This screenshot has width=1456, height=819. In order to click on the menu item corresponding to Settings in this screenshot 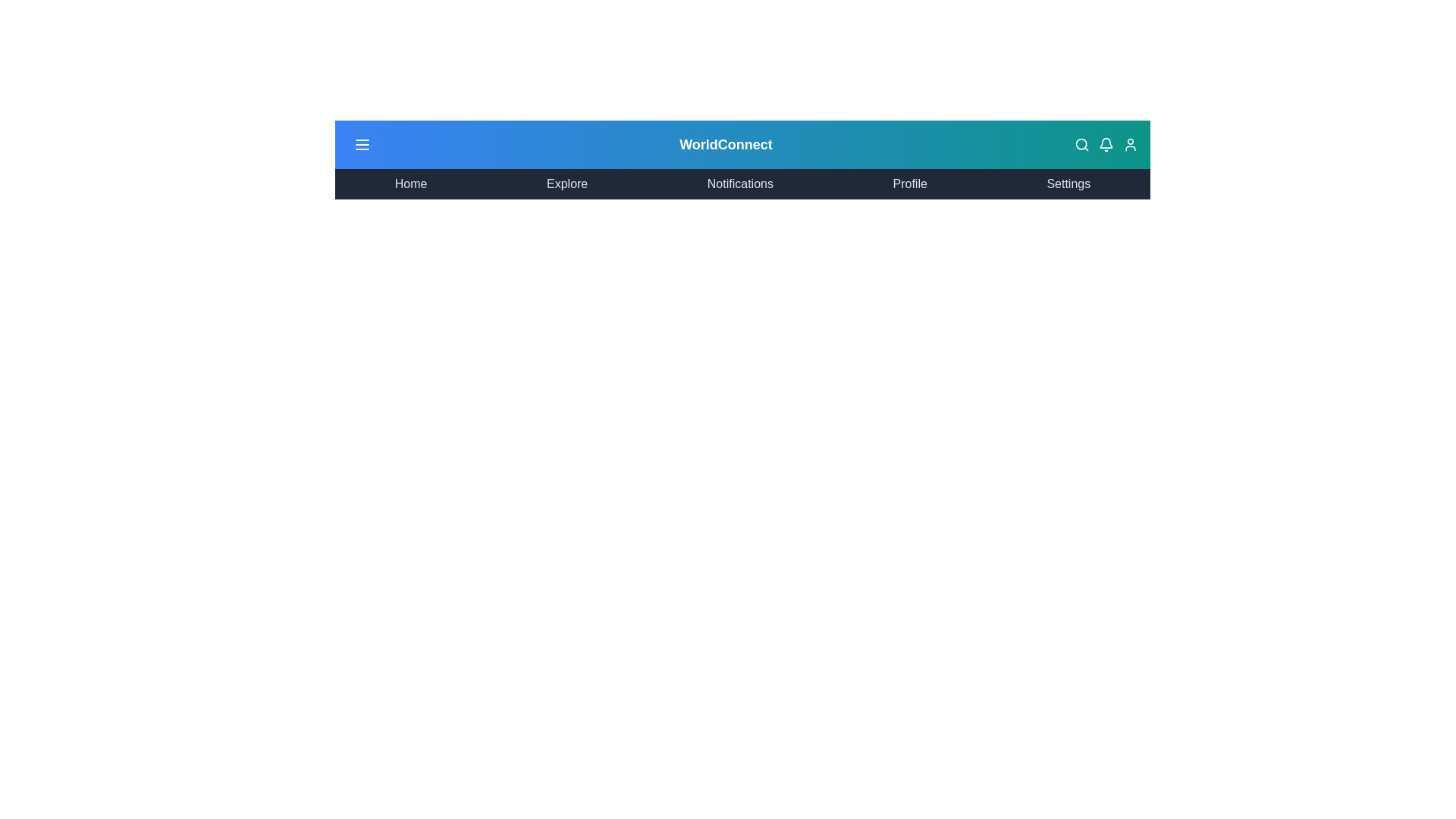, I will do `click(1068, 184)`.